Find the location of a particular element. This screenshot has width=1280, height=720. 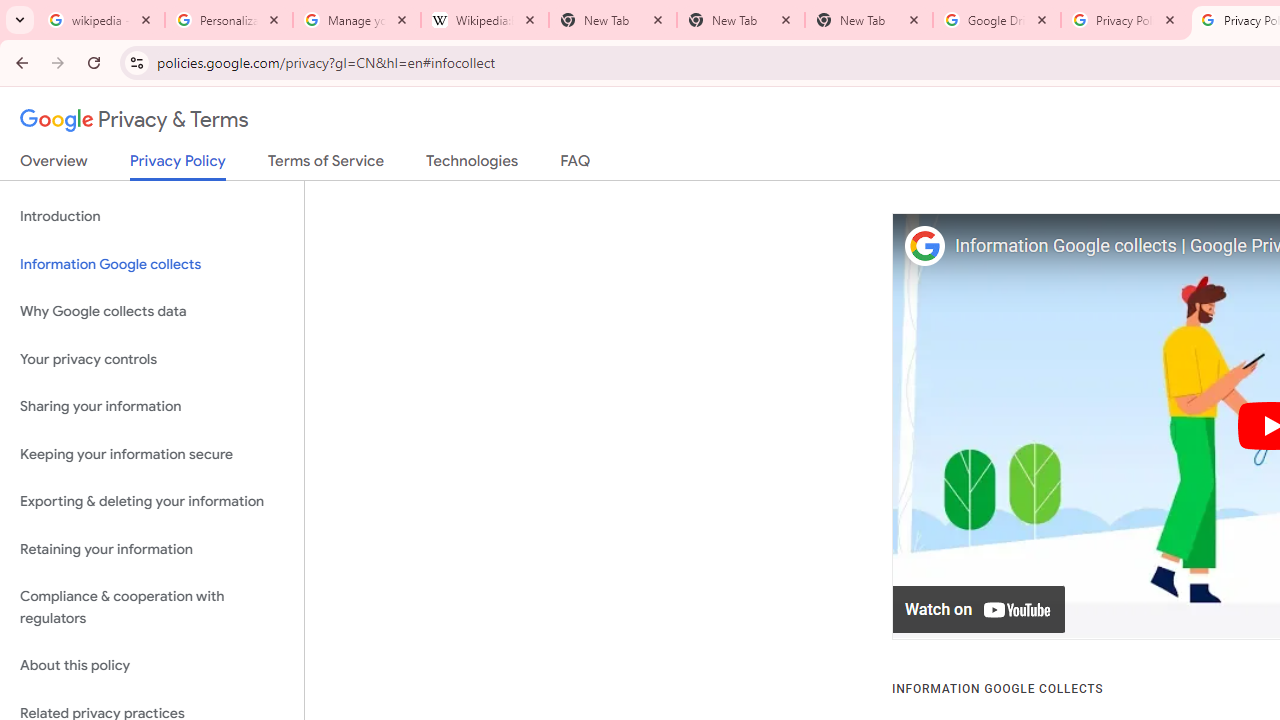

'Sharing your information' is located at coordinates (151, 406).